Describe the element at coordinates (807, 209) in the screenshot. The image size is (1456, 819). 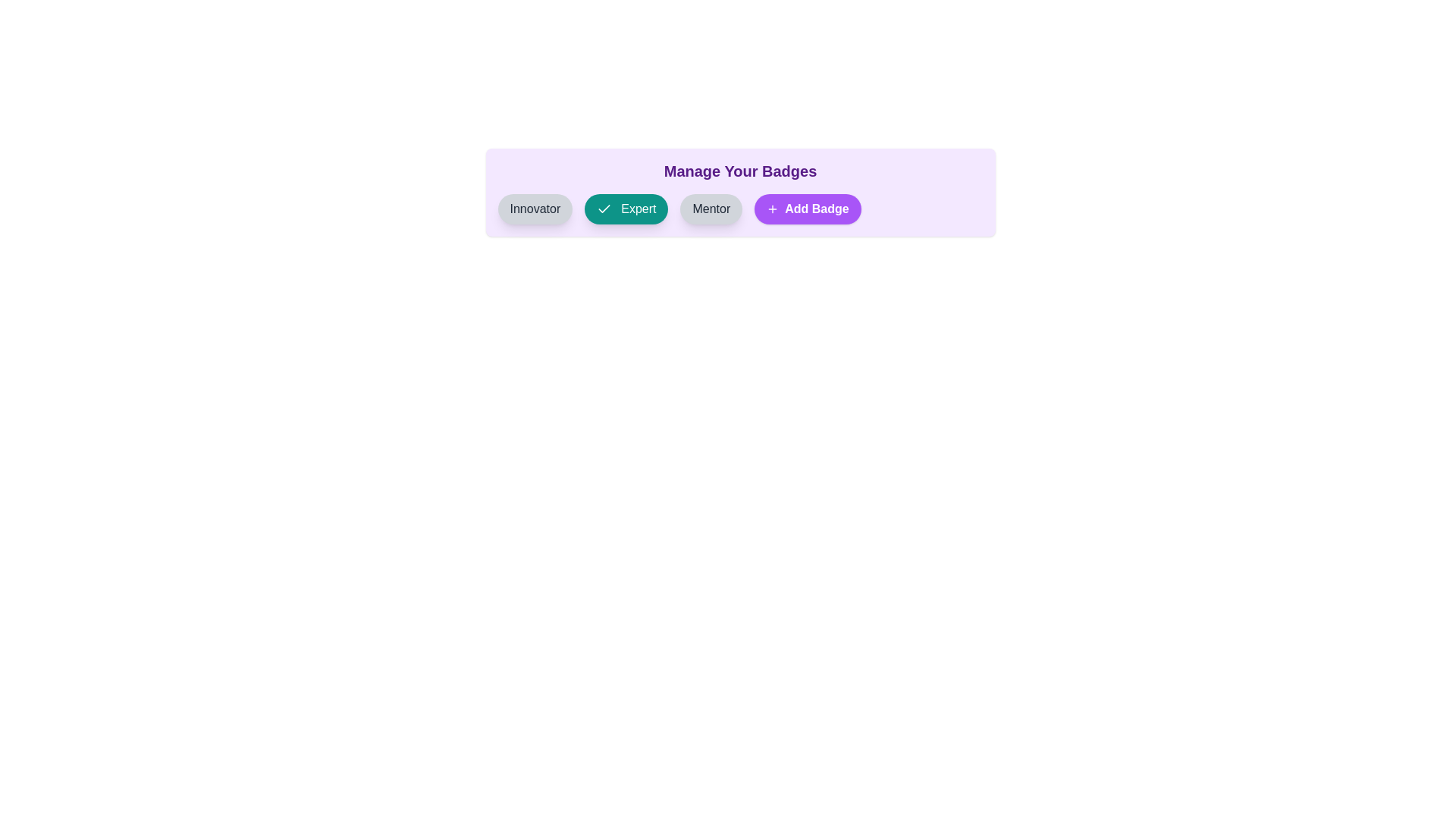
I see `'Add Badge' button` at that location.